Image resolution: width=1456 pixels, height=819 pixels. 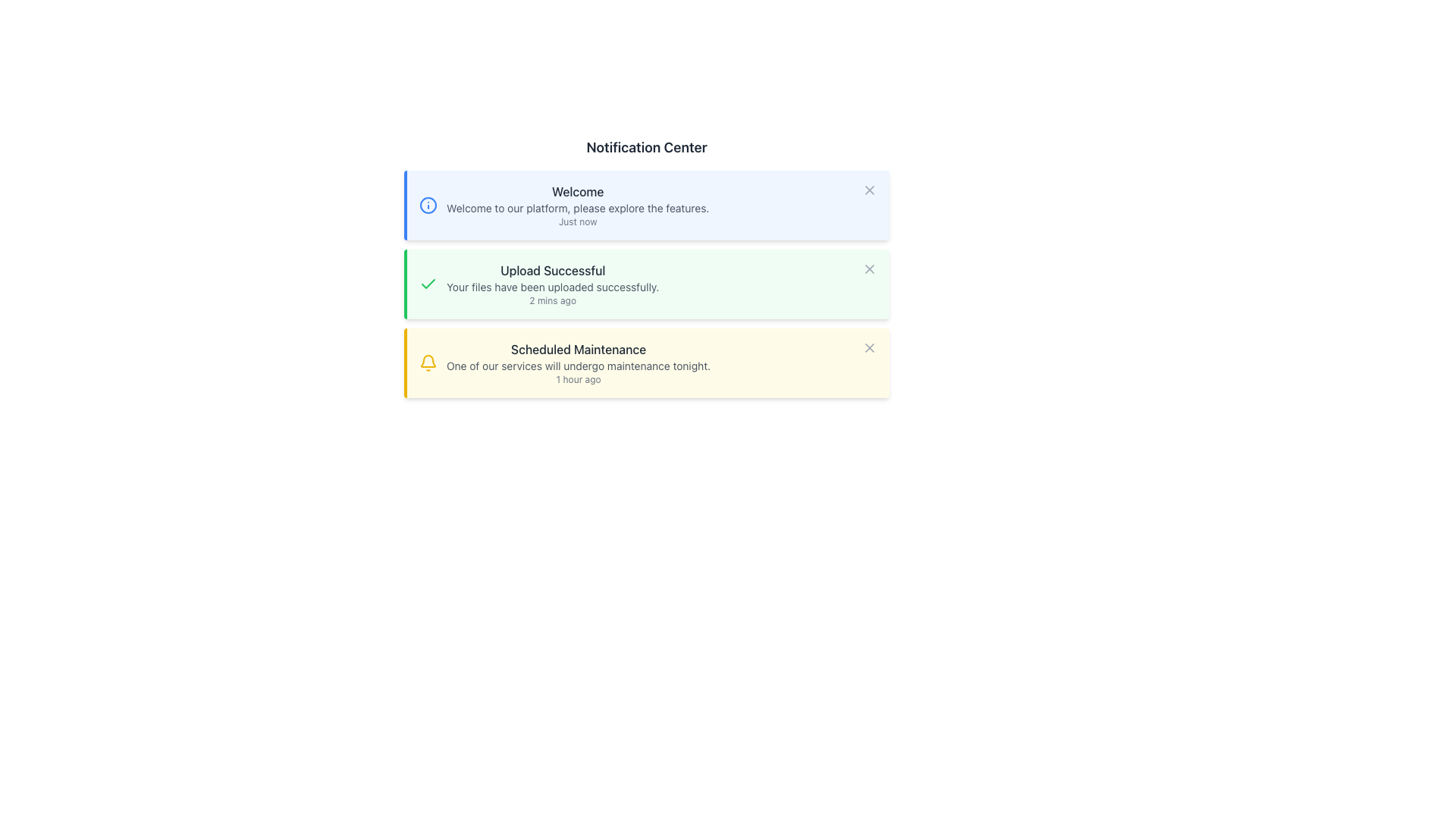 What do you see at coordinates (428, 205) in the screenshot?
I see `the circular icon with an exclamation mark, which has a blue outline and white background, located directly left of the 'Welcome' text in the notification list` at bounding box center [428, 205].